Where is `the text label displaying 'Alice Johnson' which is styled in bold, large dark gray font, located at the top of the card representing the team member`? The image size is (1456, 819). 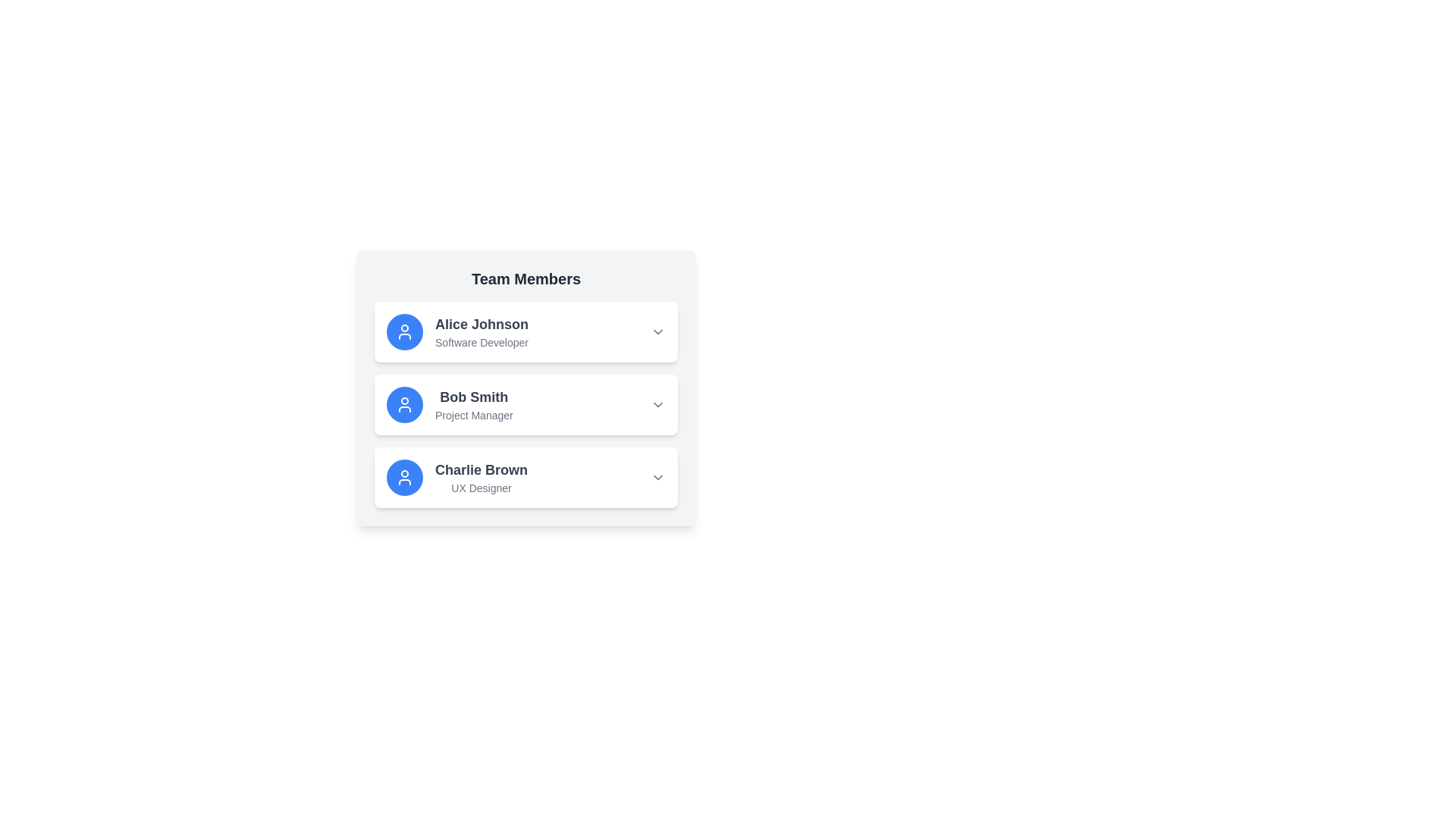
the text label displaying 'Alice Johnson' which is styled in bold, large dark gray font, located at the top of the card representing the team member is located at coordinates (481, 324).